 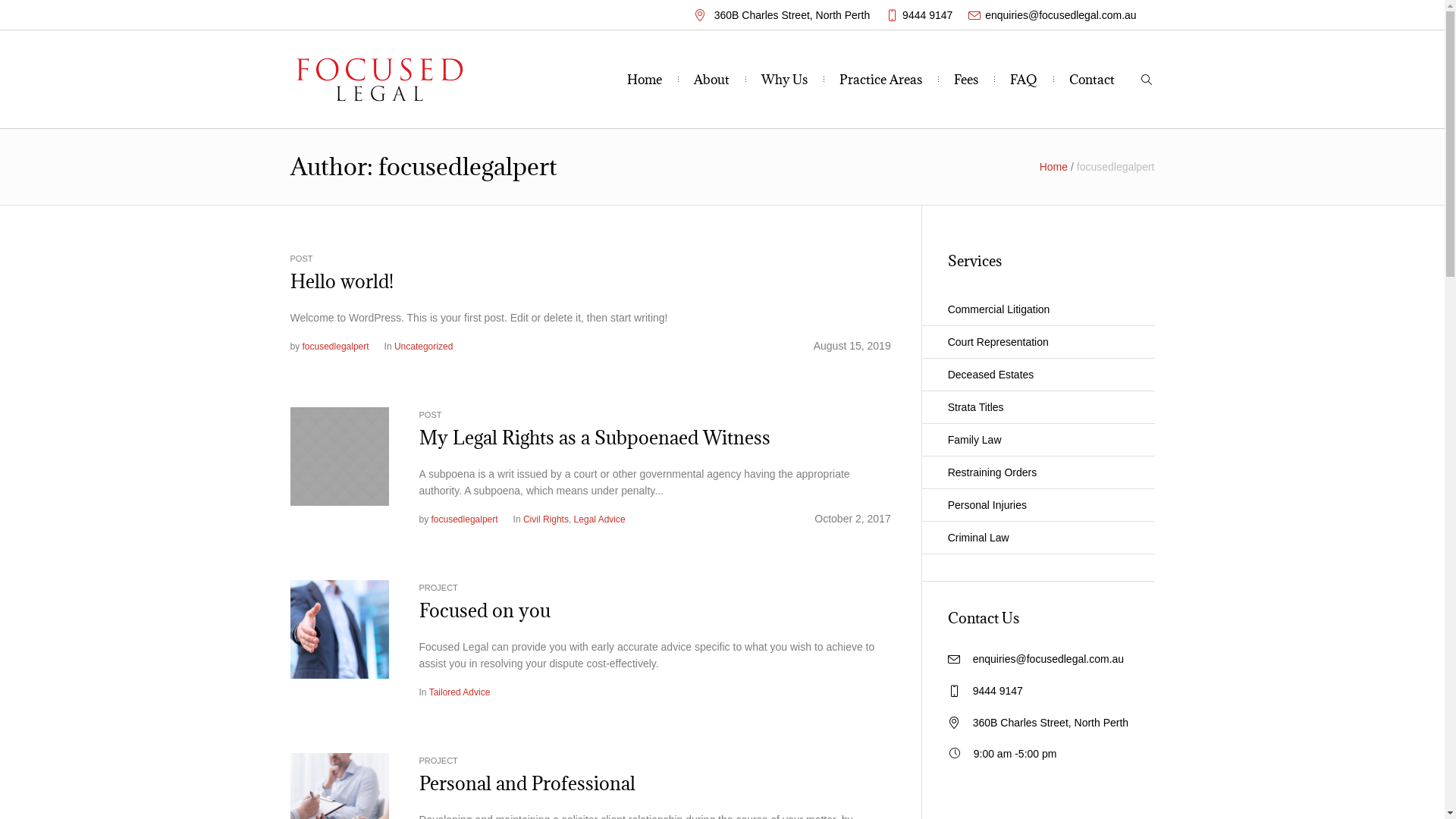 I want to click on 'Court Representation', so click(x=1037, y=342).